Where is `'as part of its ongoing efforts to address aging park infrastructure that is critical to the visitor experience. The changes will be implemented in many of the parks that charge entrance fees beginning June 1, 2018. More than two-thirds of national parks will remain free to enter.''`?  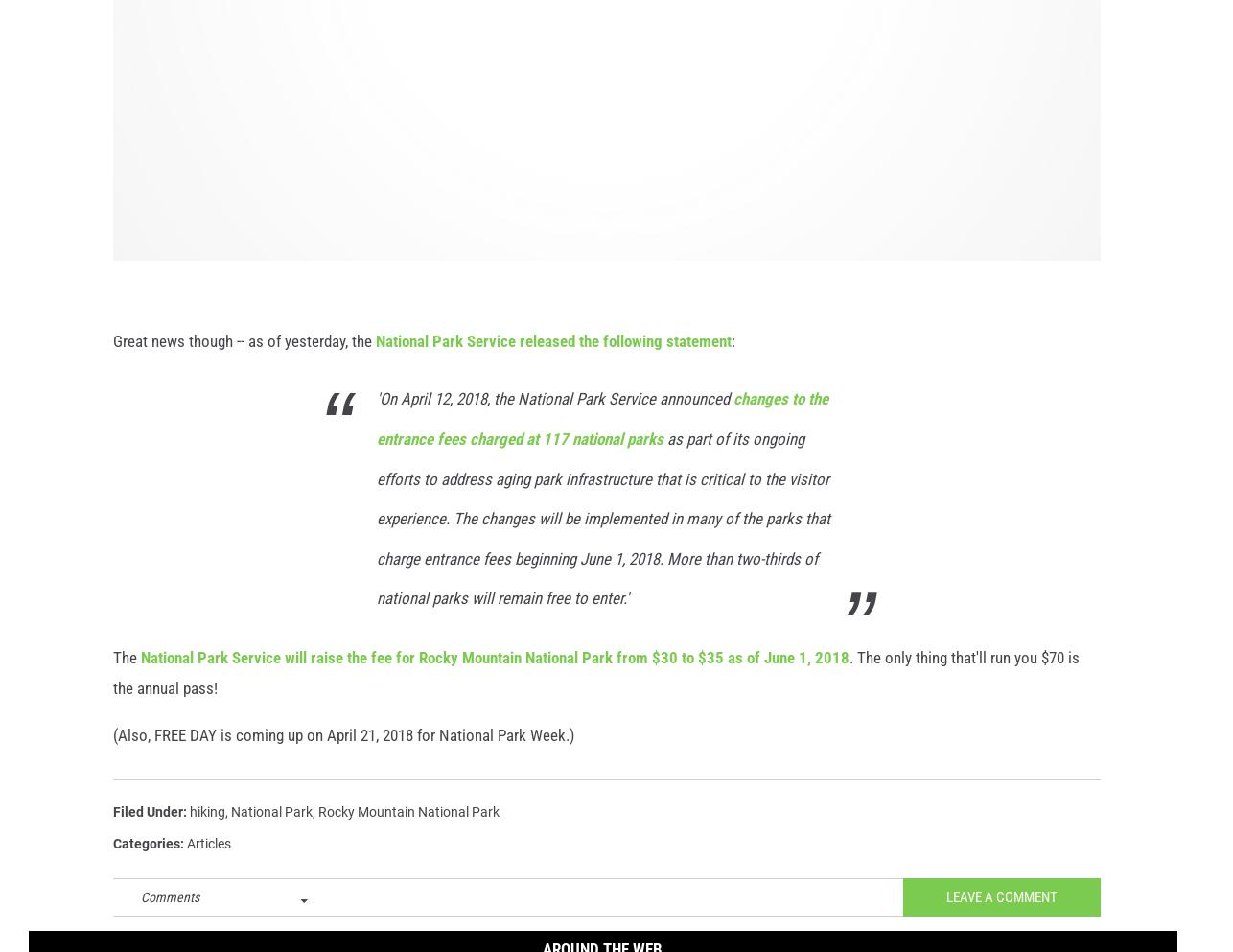
'as part of its ongoing efforts to address aging park infrastructure that is critical to the visitor experience. The changes will be implemented in many of the parks that charge entrance fees beginning June 1, 2018. More than two-thirds of national parks will remain free to enter.'' is located at coordinates (376, 539).